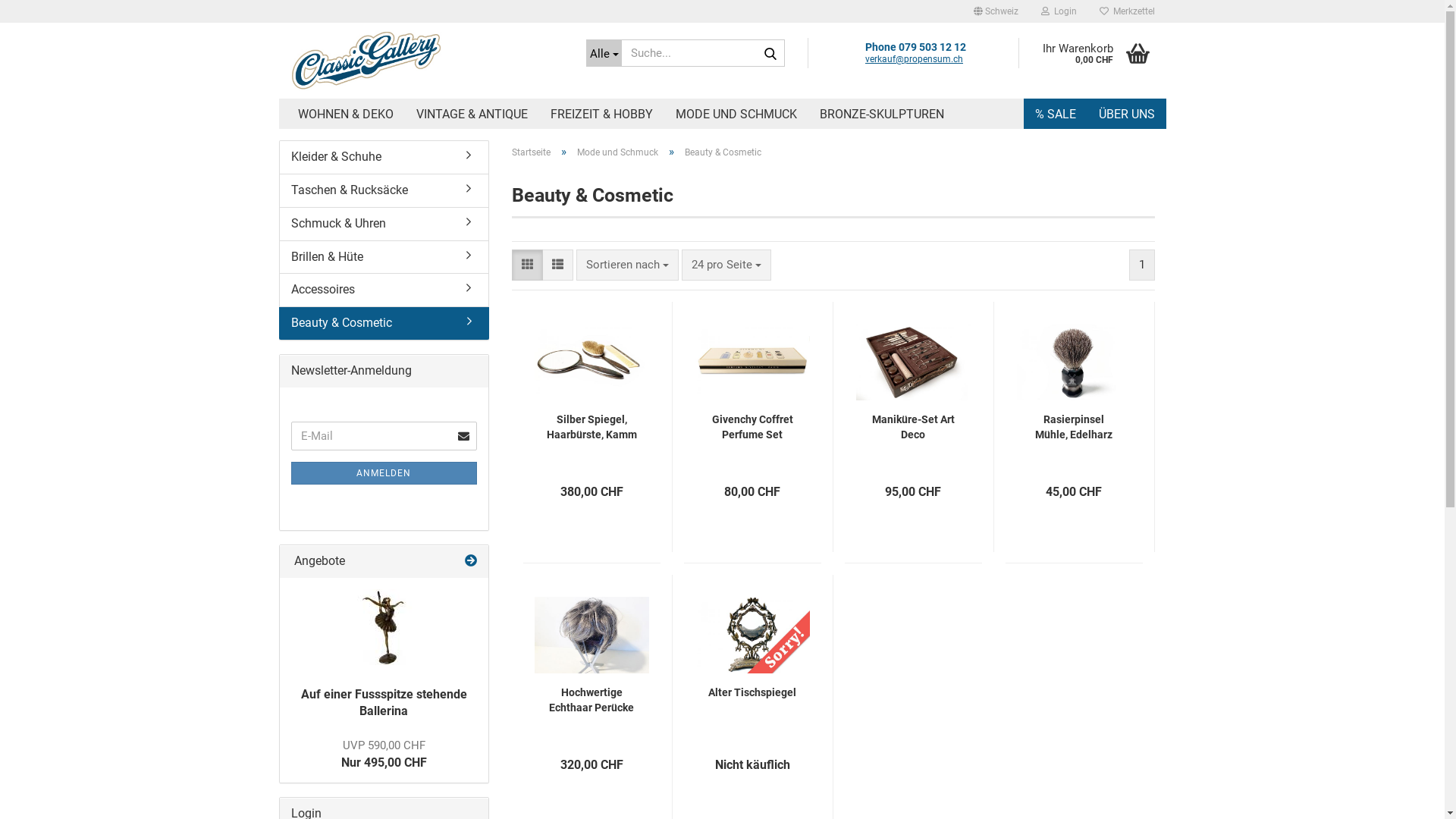 This screenshot has height=819, width=1456. I want to click on 'Schweiz', so click(995, 11).